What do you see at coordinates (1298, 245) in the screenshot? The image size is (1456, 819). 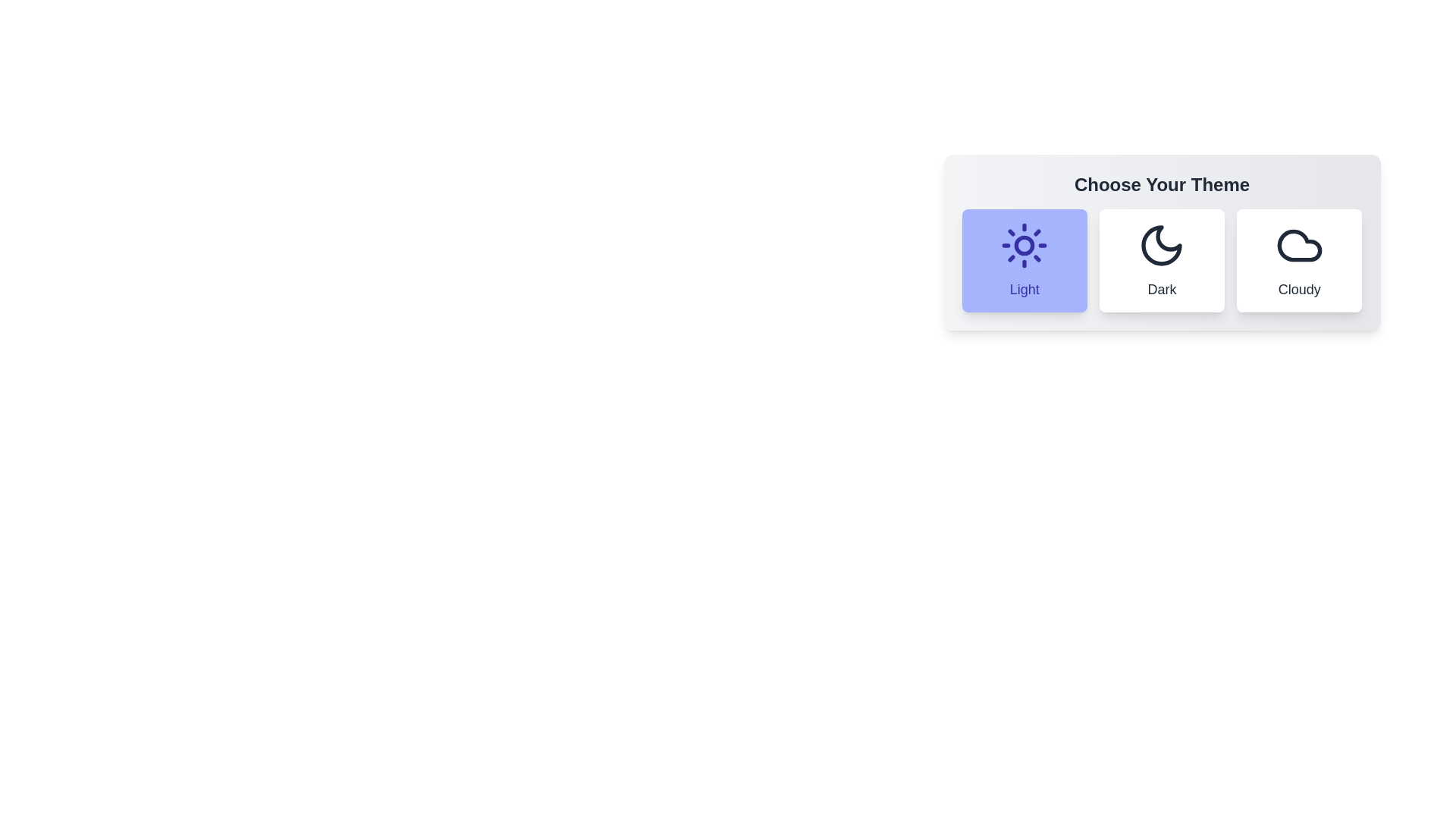 I see `the cloud-like SVG icon in the theme selection panel` at bounding box center [1298, 245].